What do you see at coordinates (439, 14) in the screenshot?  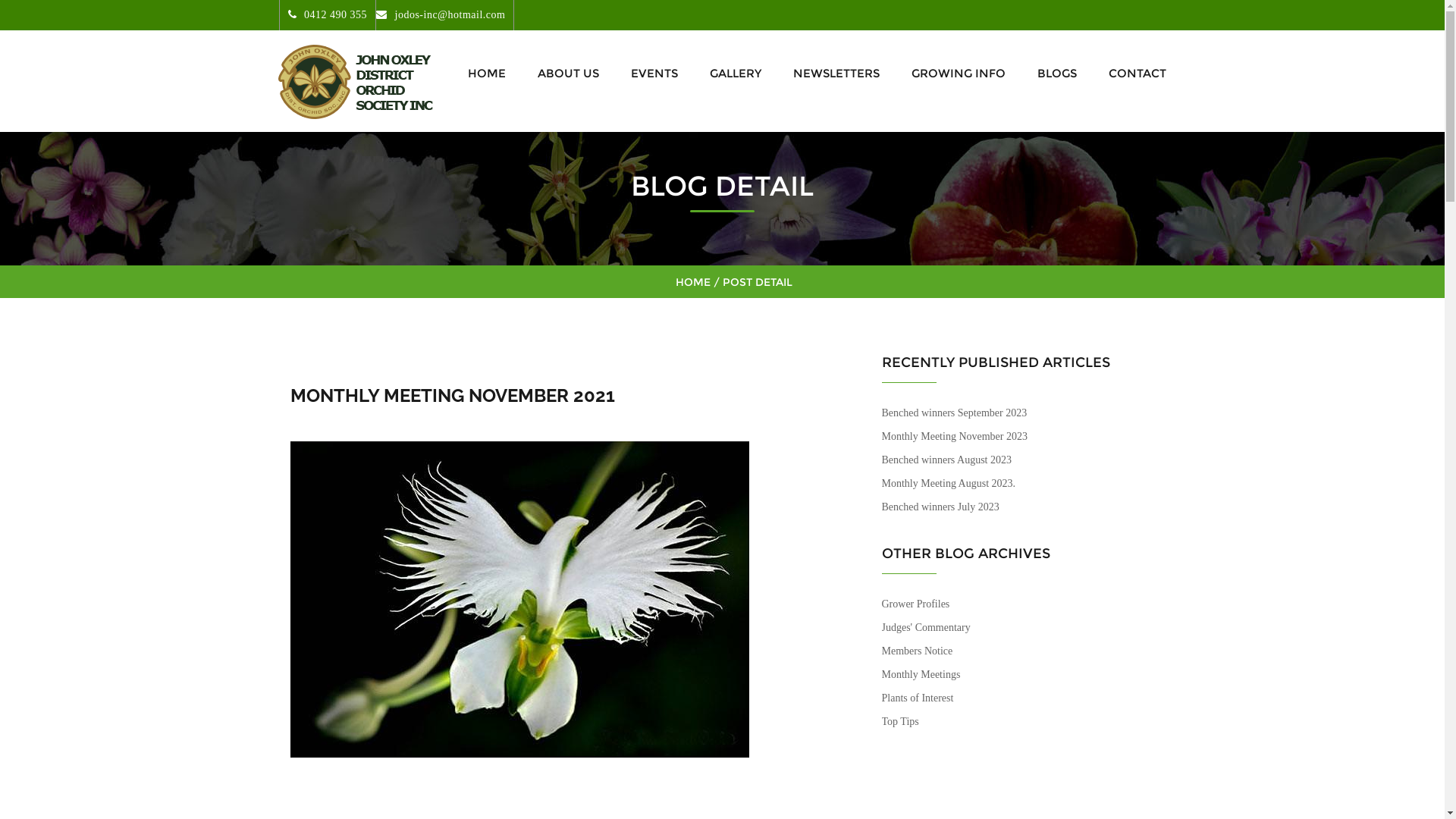 I see `'jodos-inc@hotmail.com'` at bounding box center [439, 14].